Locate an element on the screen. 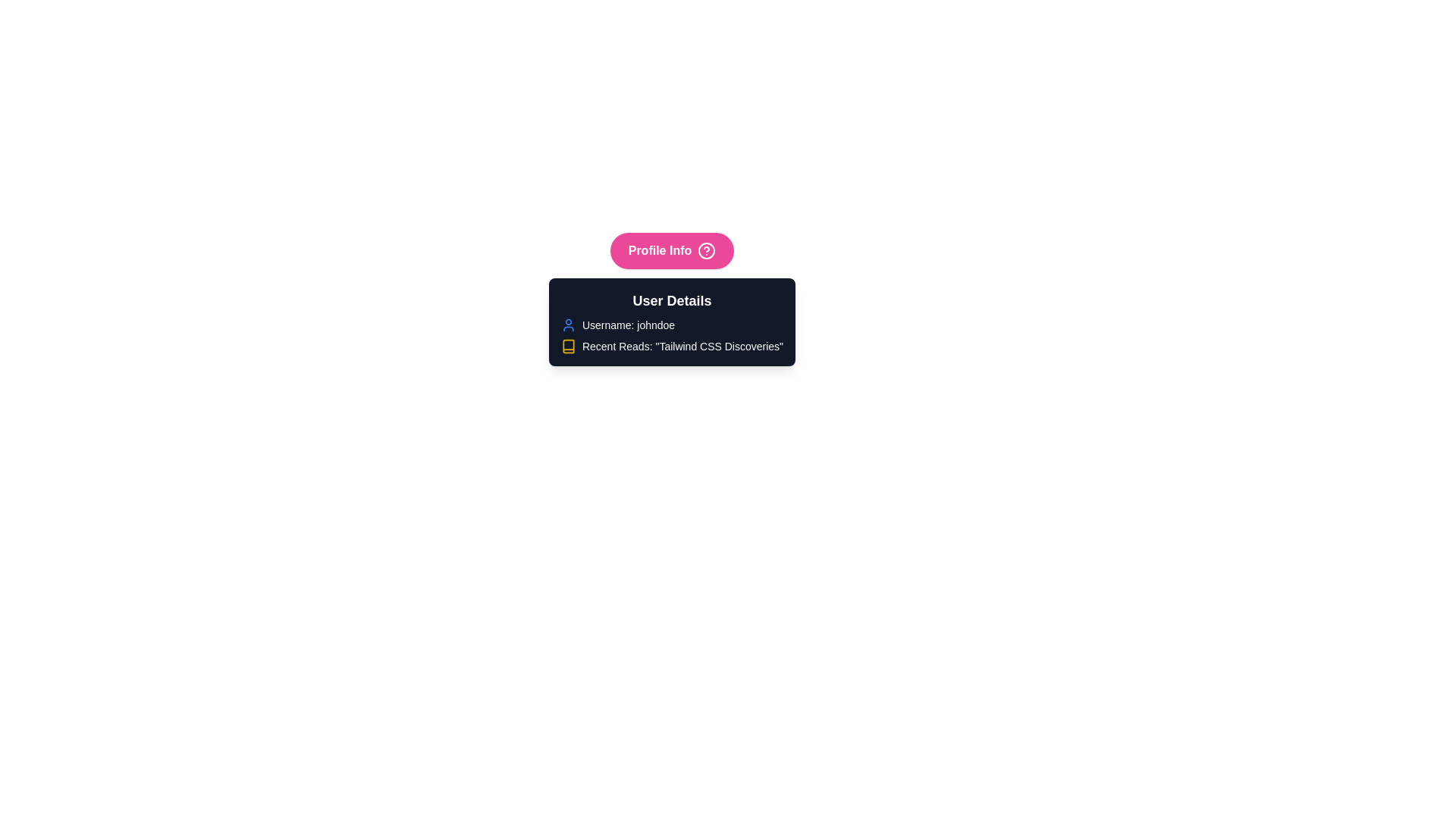 Image resolution: width=1456 pixels, height=819 pixels. the user icon represented by a blue-colored minimalist human silhouette located in the 'User Details' section, to the left of the username 'Username: johndoe' is located at coordinates (567, 324).